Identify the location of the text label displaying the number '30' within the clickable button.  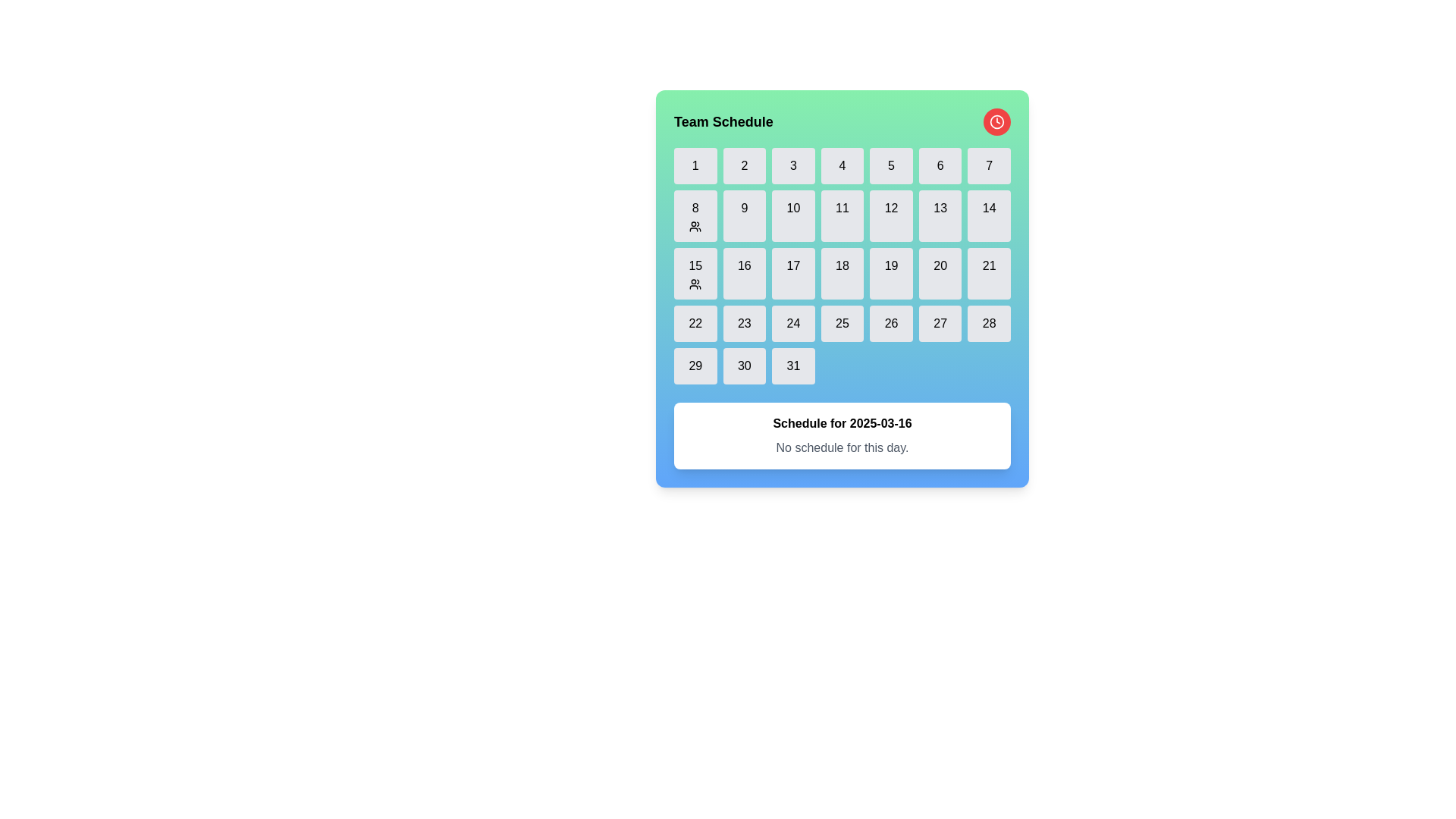
(744, 366).